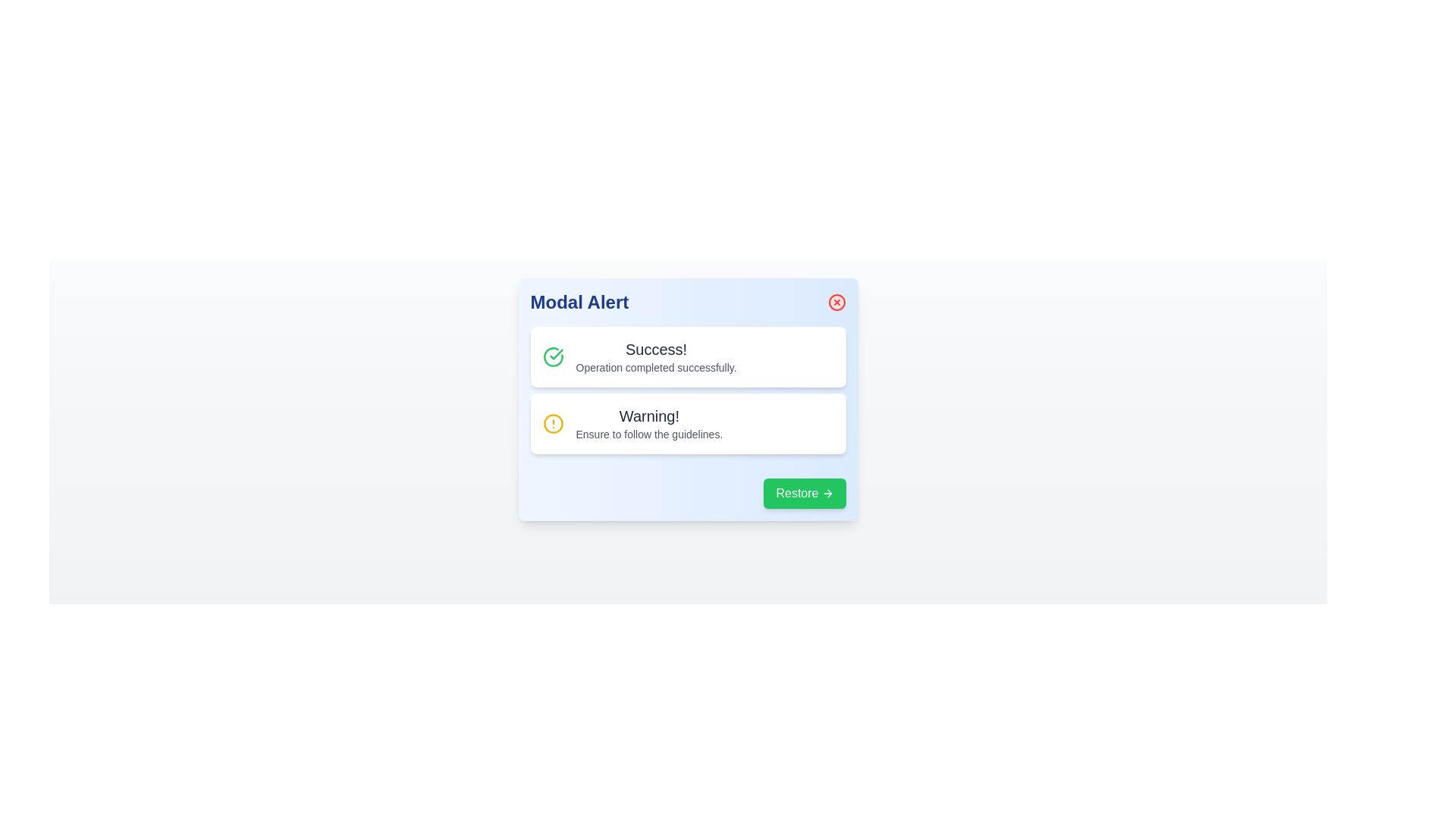 This screenshot has height=819, width=1456. I want to click on the circular component of the warning icon located to the left of the text 'Warning! Ensure to follow the guidelines.' in the middle-left section of the modal dialogue, so click(552, 424).